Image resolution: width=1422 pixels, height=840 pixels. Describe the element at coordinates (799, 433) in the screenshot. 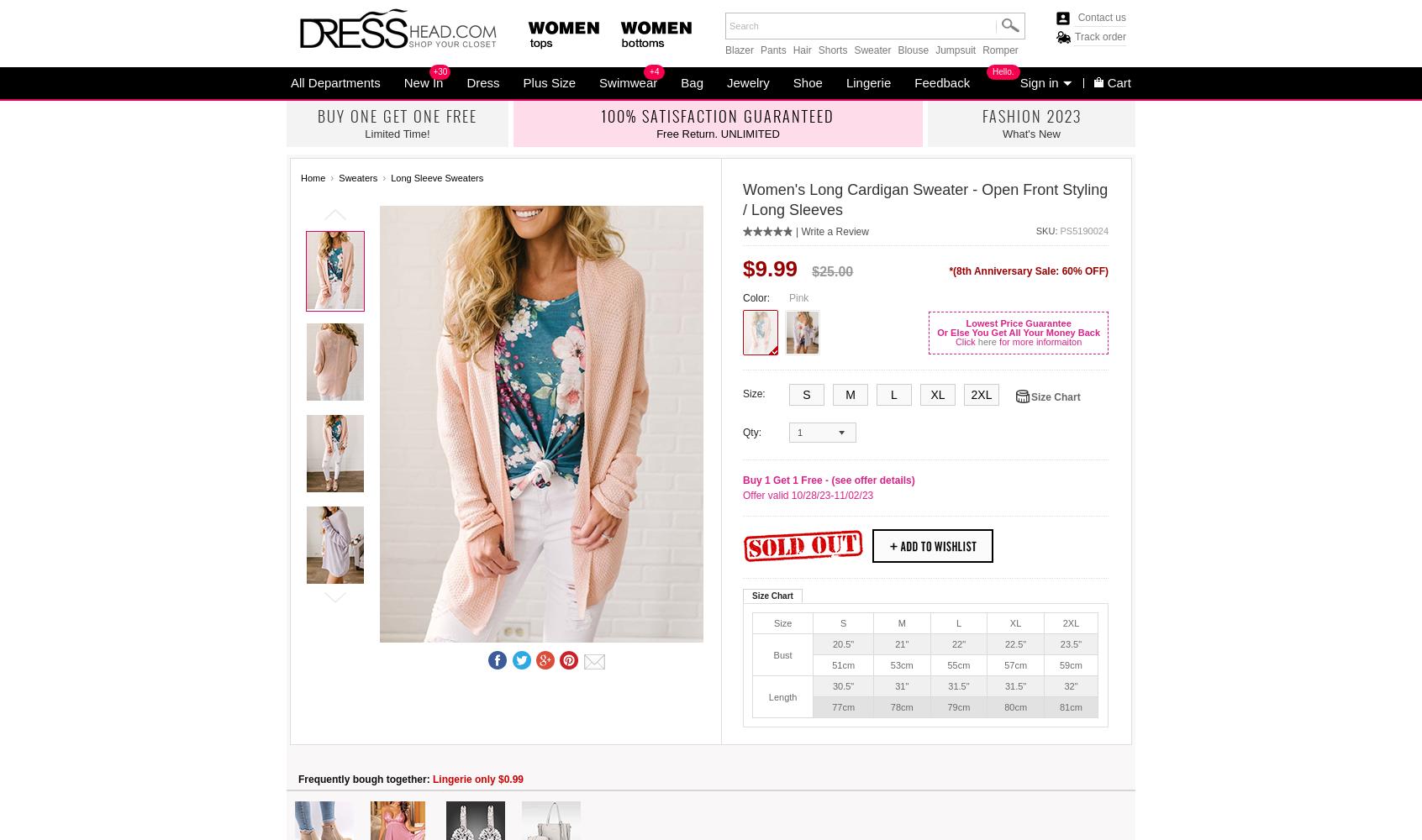

I see `'1'` at that location.